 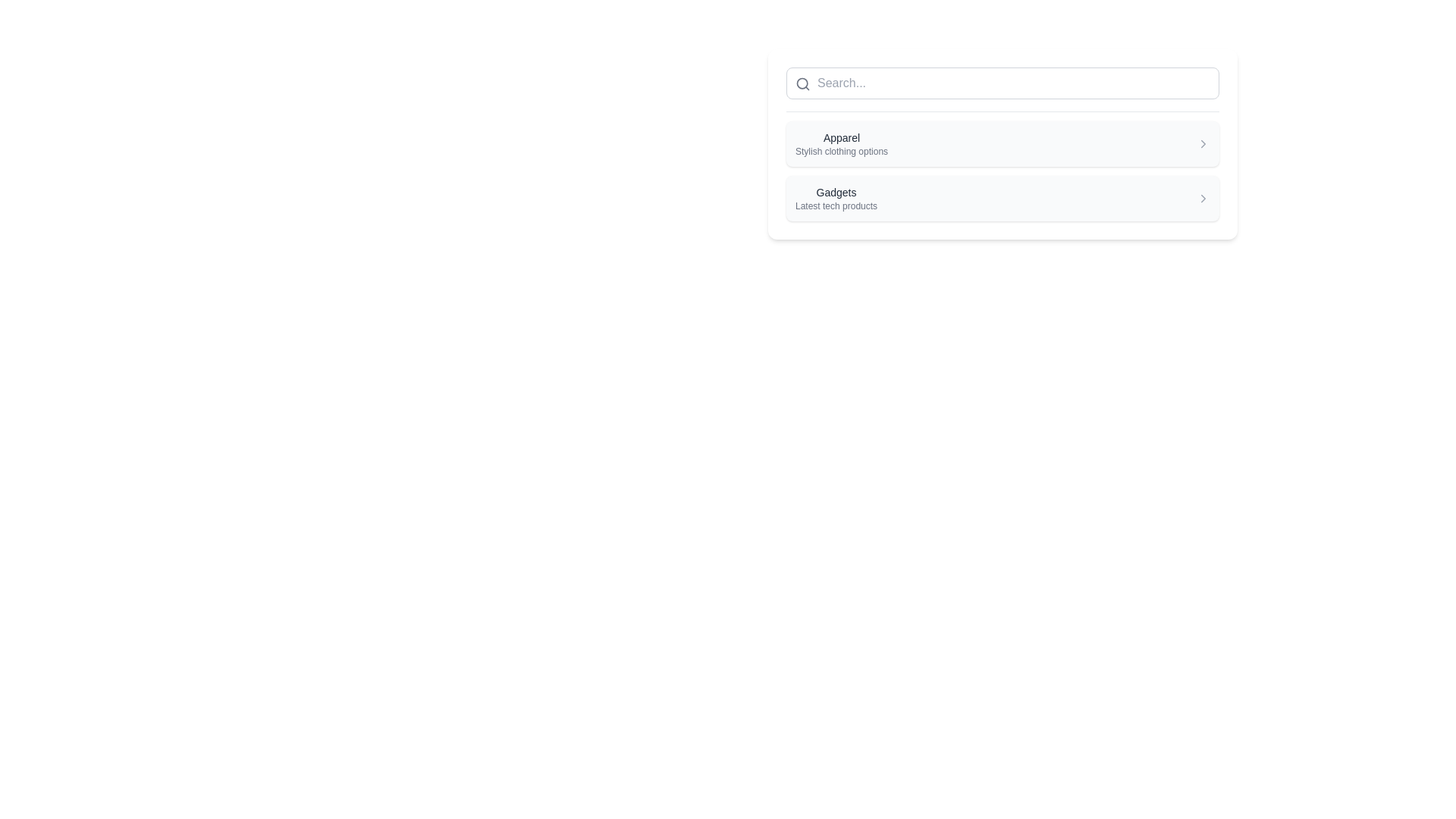 What do you see at coordinates (840, 143) in the screenshot?
I see `the two-line labeled text block at the top of the clothing section` at bounding box center [840, 143].